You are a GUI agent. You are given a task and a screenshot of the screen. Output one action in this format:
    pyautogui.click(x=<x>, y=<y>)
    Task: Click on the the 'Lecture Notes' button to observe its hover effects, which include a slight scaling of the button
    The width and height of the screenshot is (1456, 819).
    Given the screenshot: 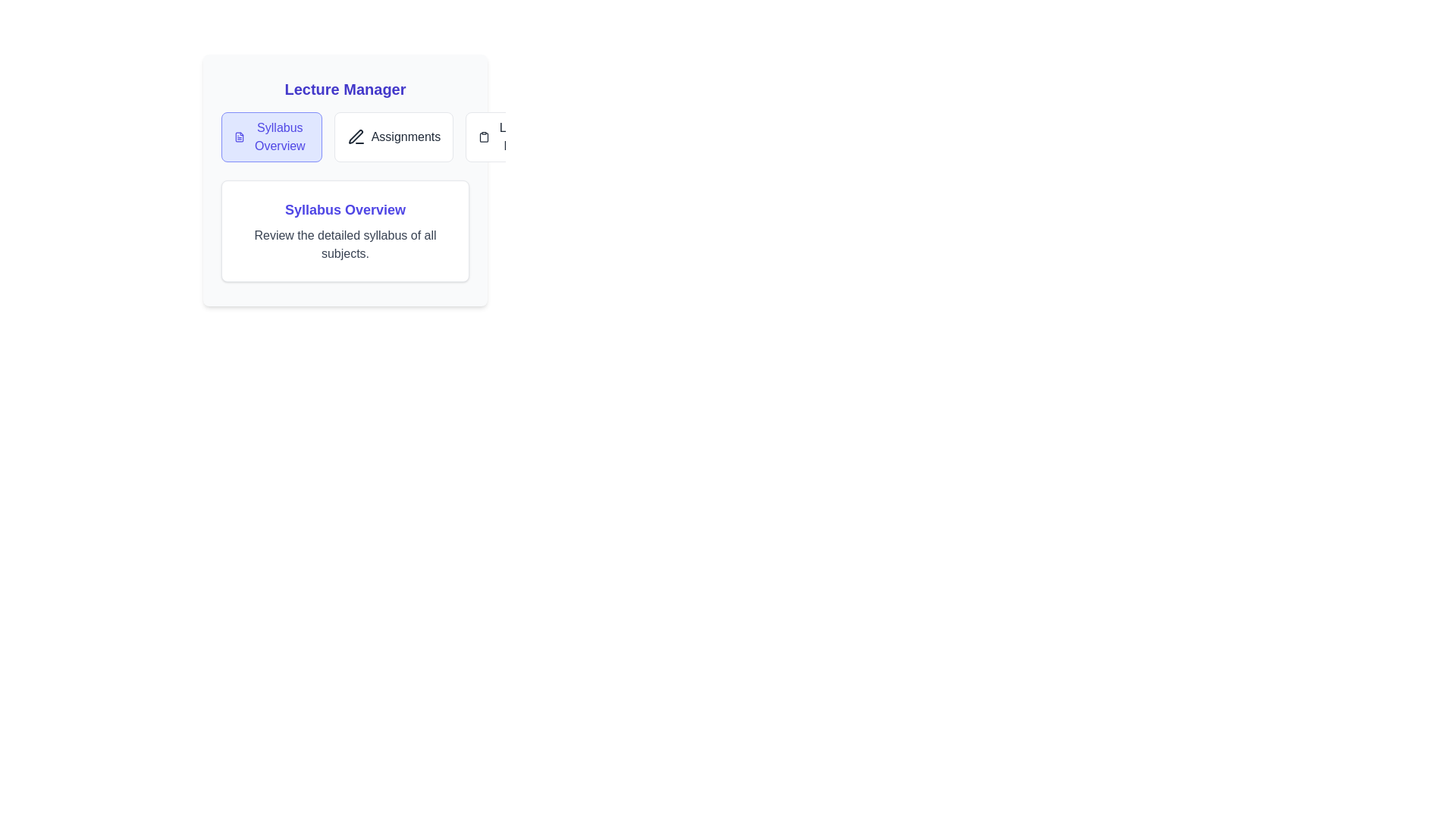 What is the action you would take?
    pyautogui.click(x=519, y=137)
    